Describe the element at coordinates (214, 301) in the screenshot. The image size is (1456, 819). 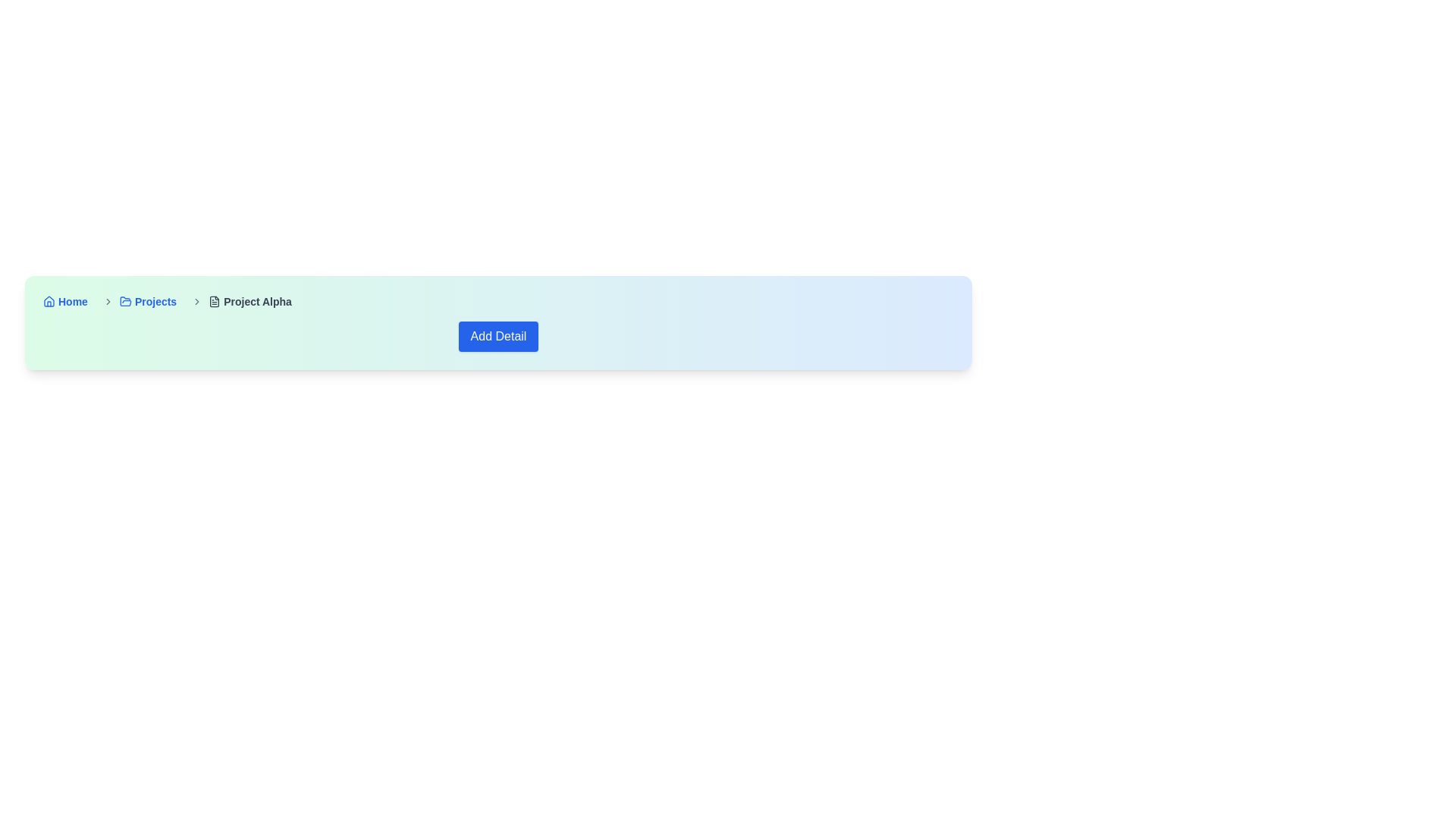
I see `the document-shaped icon with a folded corner, located in the breadcrumb section before the text 'Project Alpha'` at that location.